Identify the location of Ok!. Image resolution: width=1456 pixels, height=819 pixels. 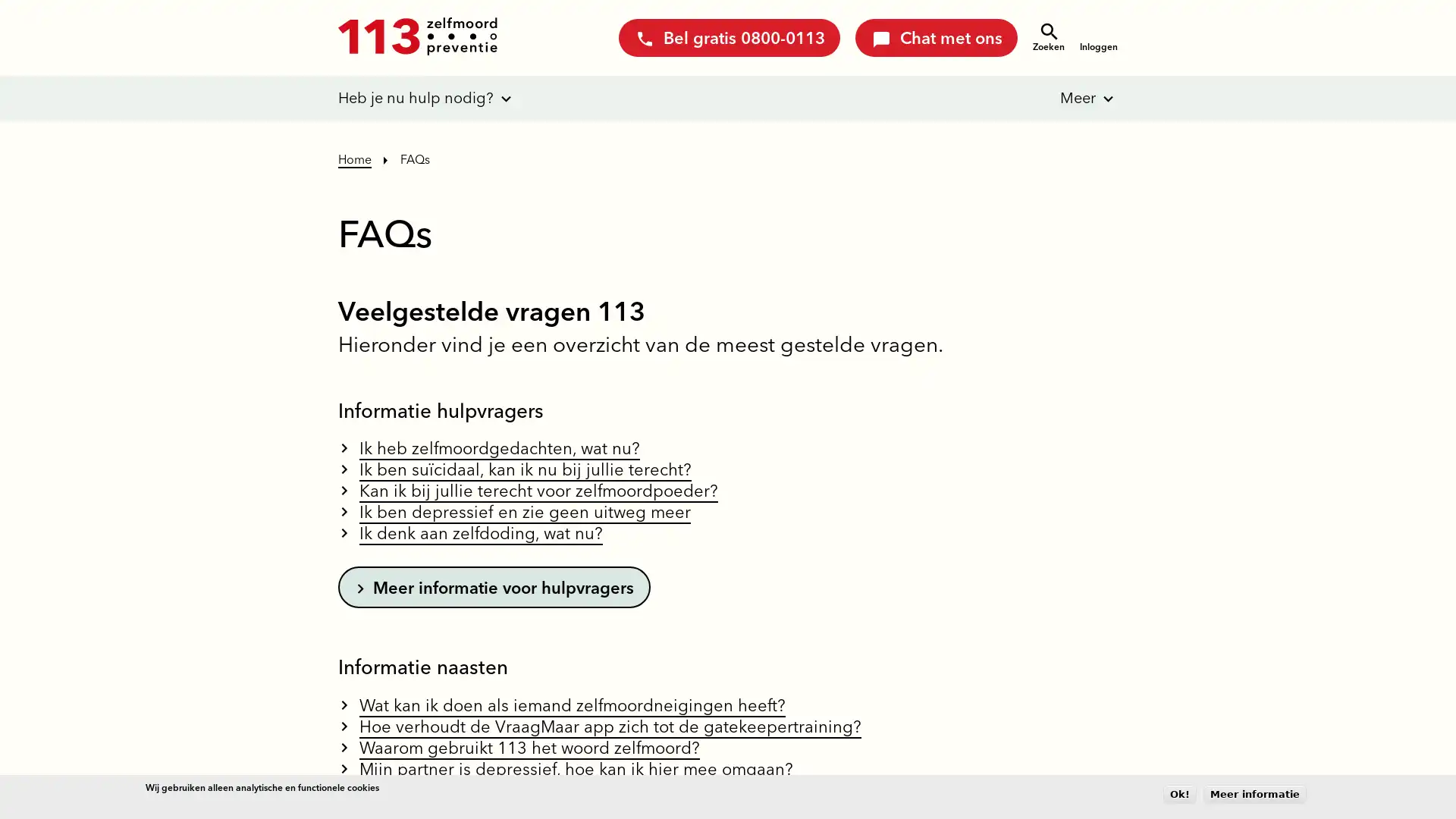
(1178, 793).